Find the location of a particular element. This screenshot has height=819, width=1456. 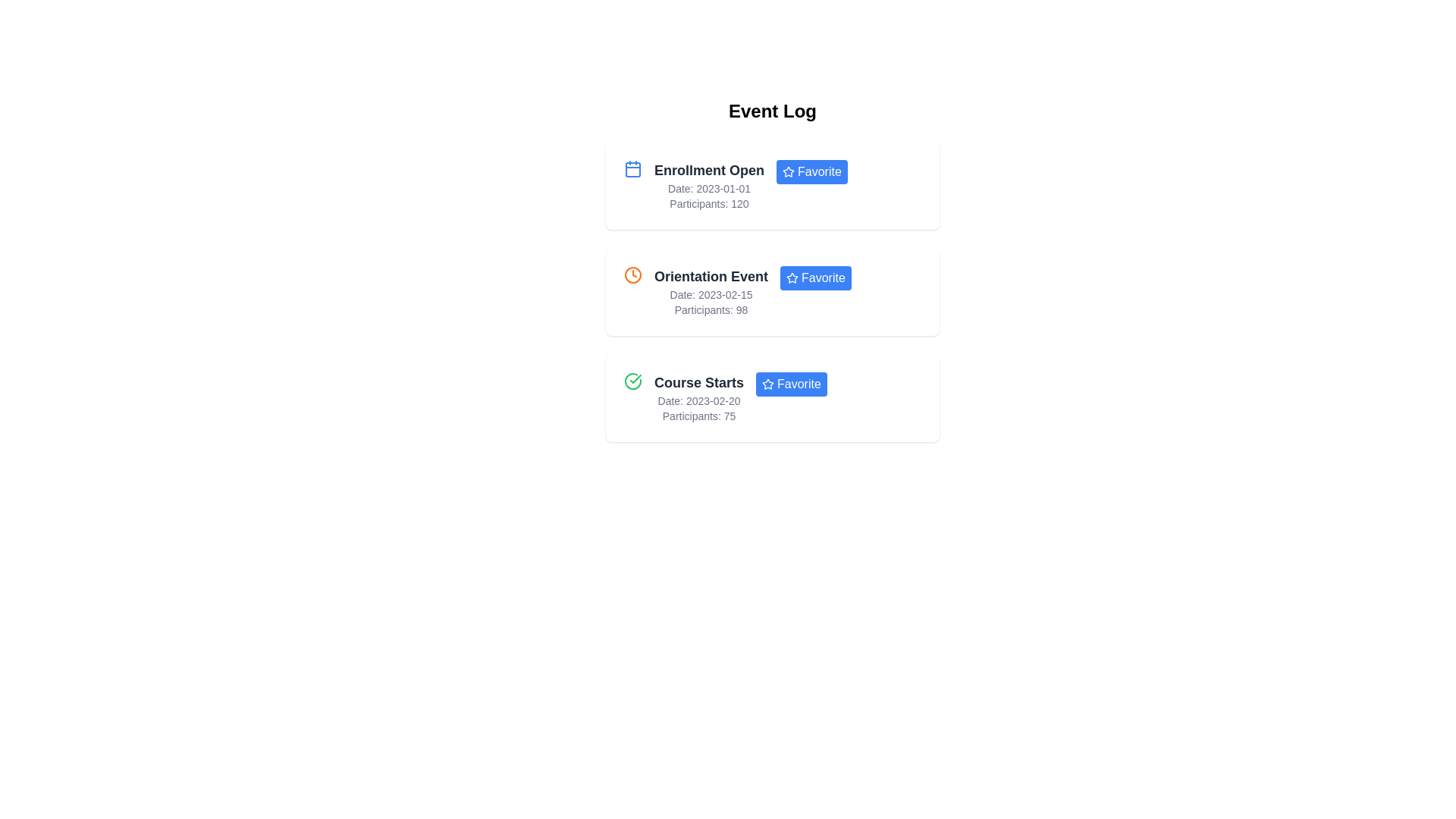

the text label displaying 'Participants: 98', styled in a small, gray font, located in the bottom-left region of the event's section is located at coordinates (711, 309).